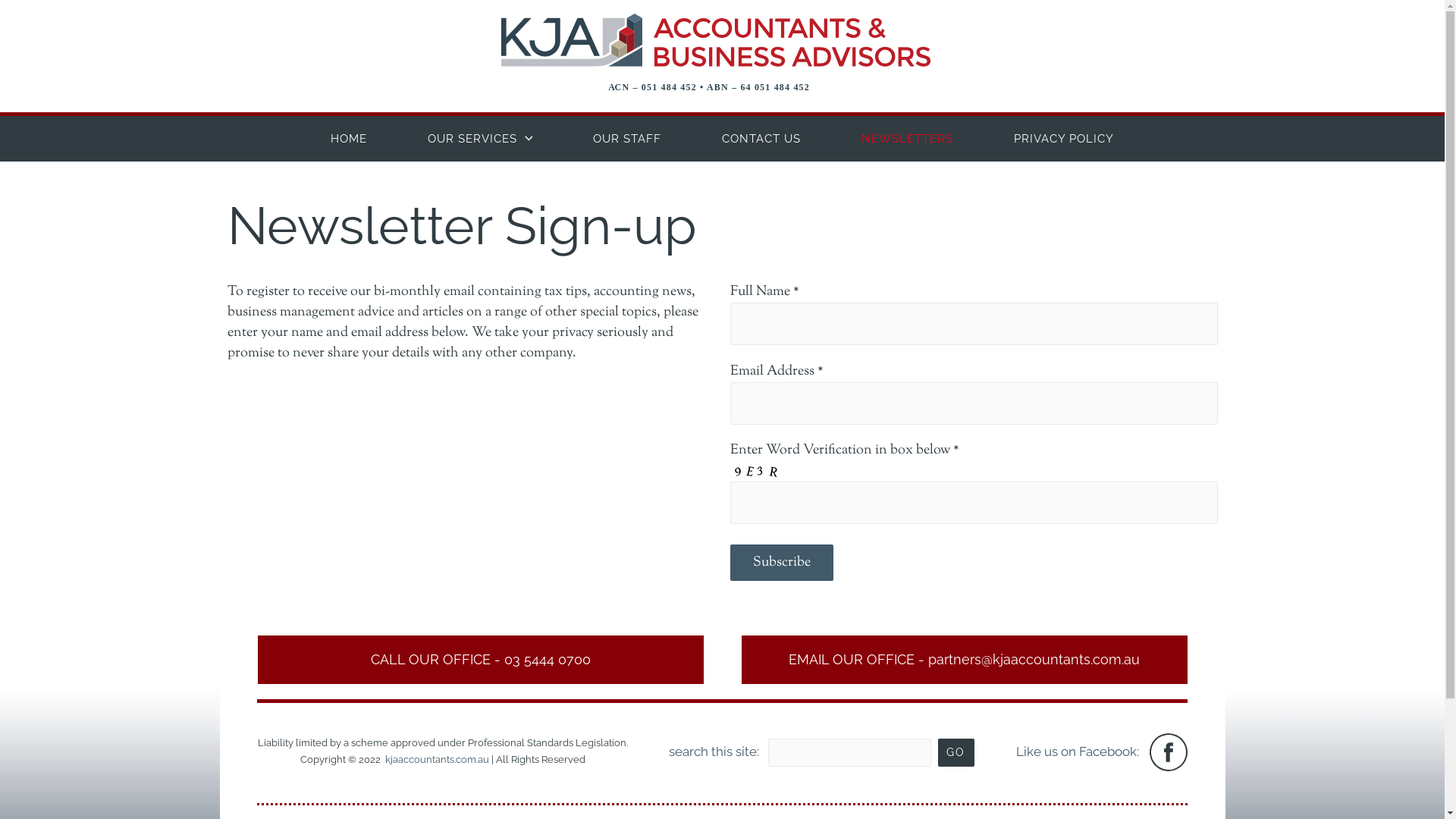 This screenshot has width=1456, height=819. I want to click on ' kjaaccountants.com.au', so click(435, 759).